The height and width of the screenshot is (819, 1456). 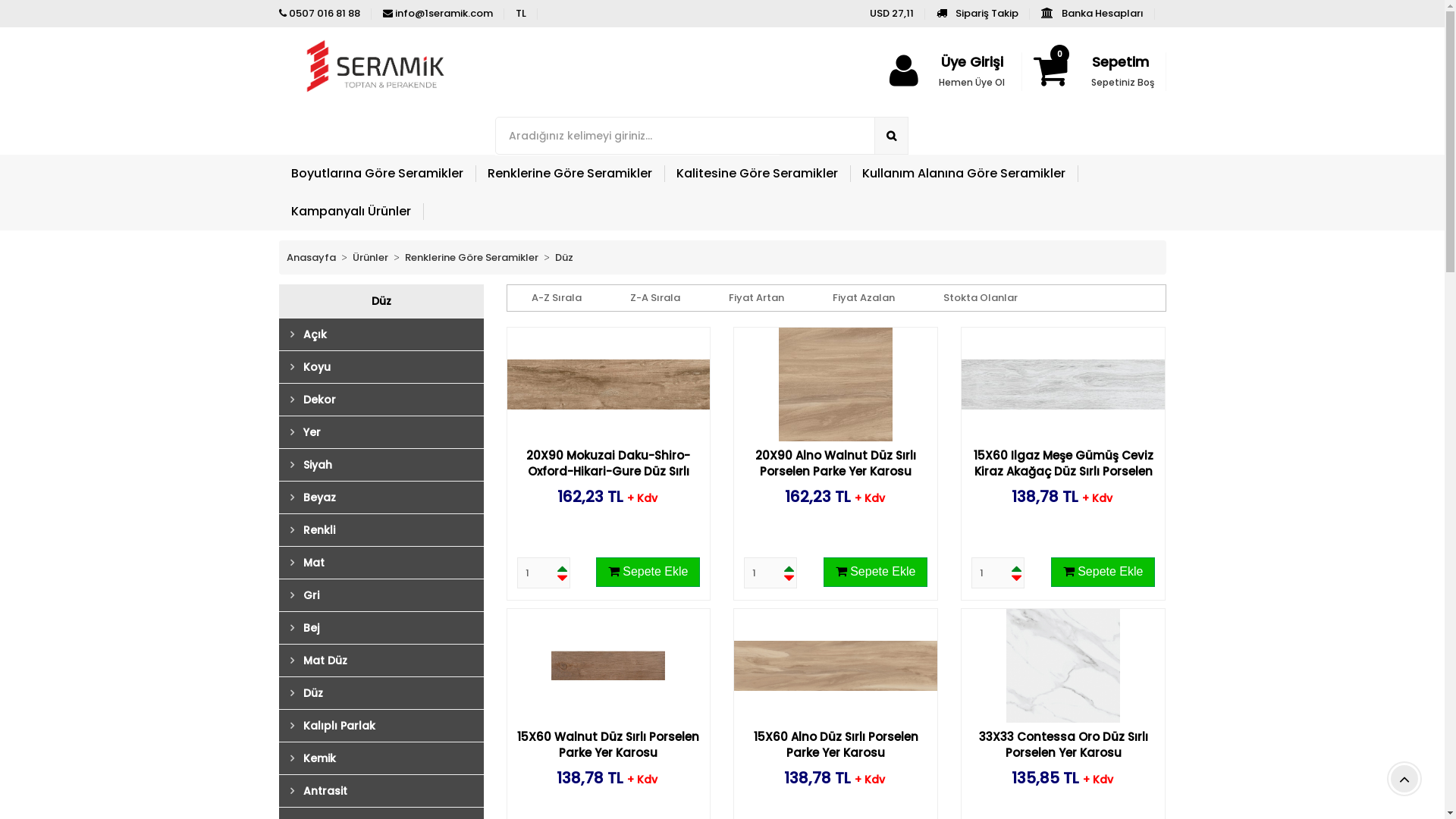 What do you see at coordinates (520, 14) in the screenshot?
I see `'TL'` at bounding box center [520, 14].